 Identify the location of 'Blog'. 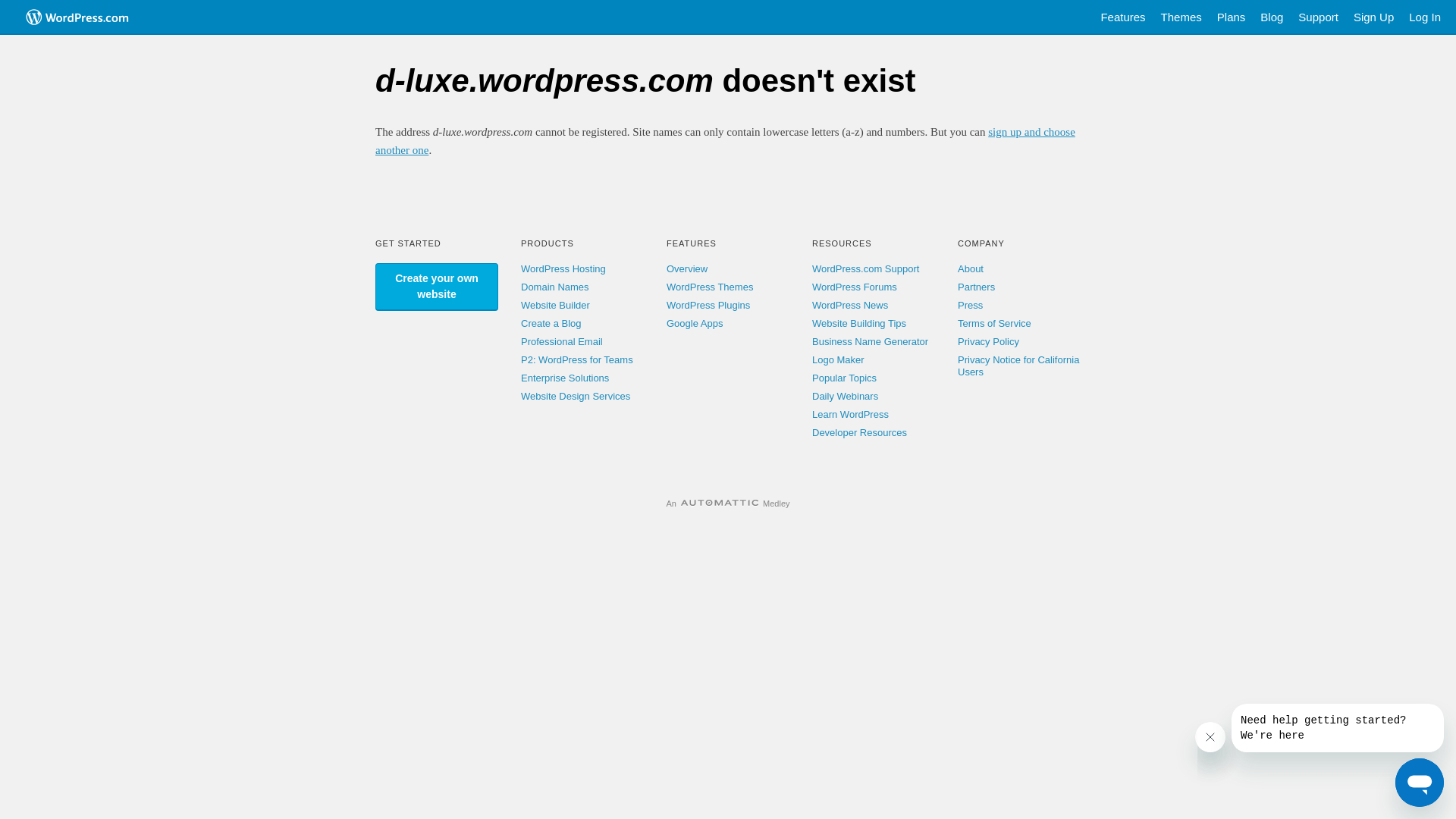
(1252, 17).